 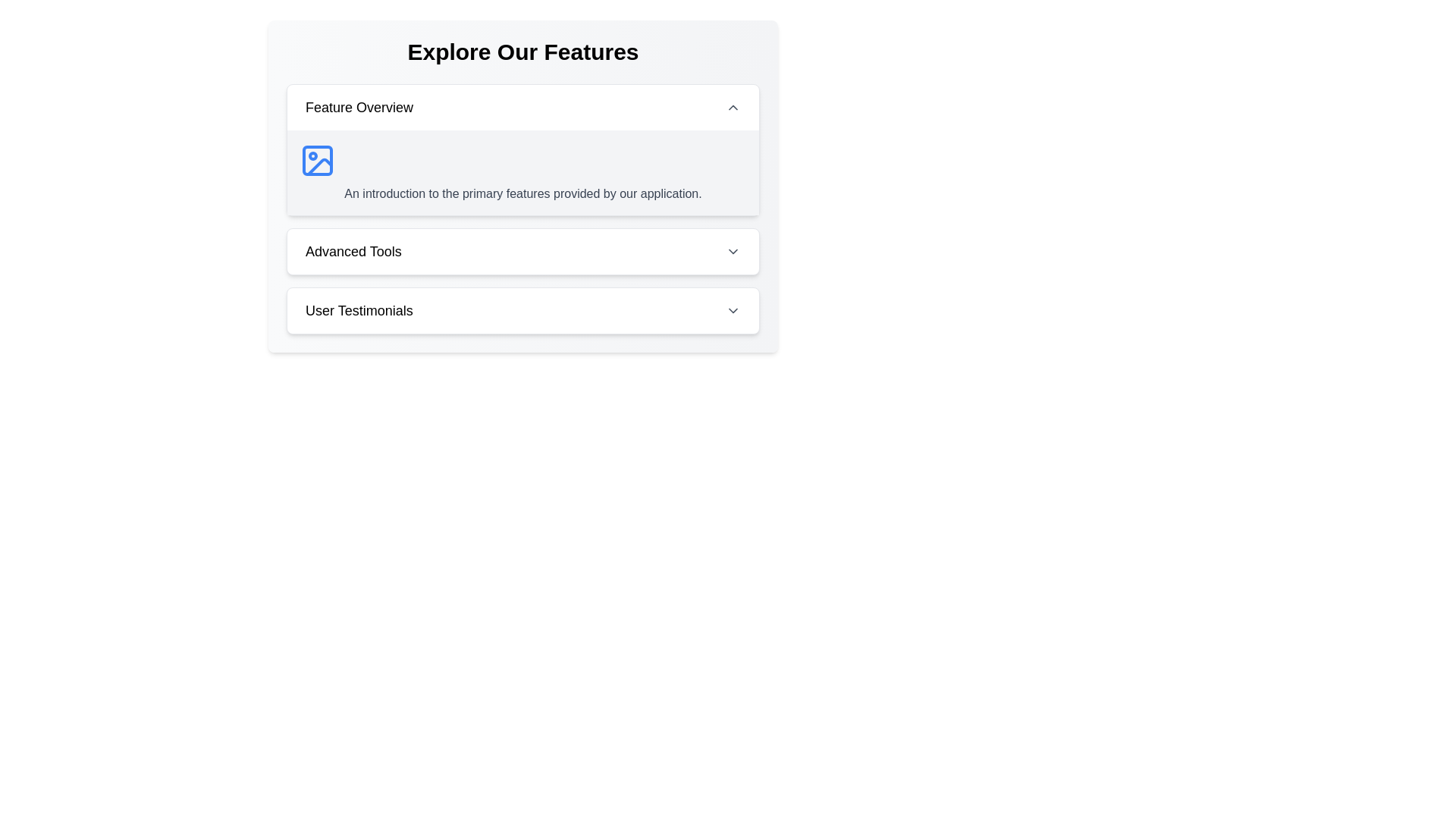 What do you see at coordinates (523, 193) in the screenshot?
I see `text paragraph styled with a gray font that introduces the features of the application, located under the 'Feature Overview' heading` at bounding box center [523, 193].